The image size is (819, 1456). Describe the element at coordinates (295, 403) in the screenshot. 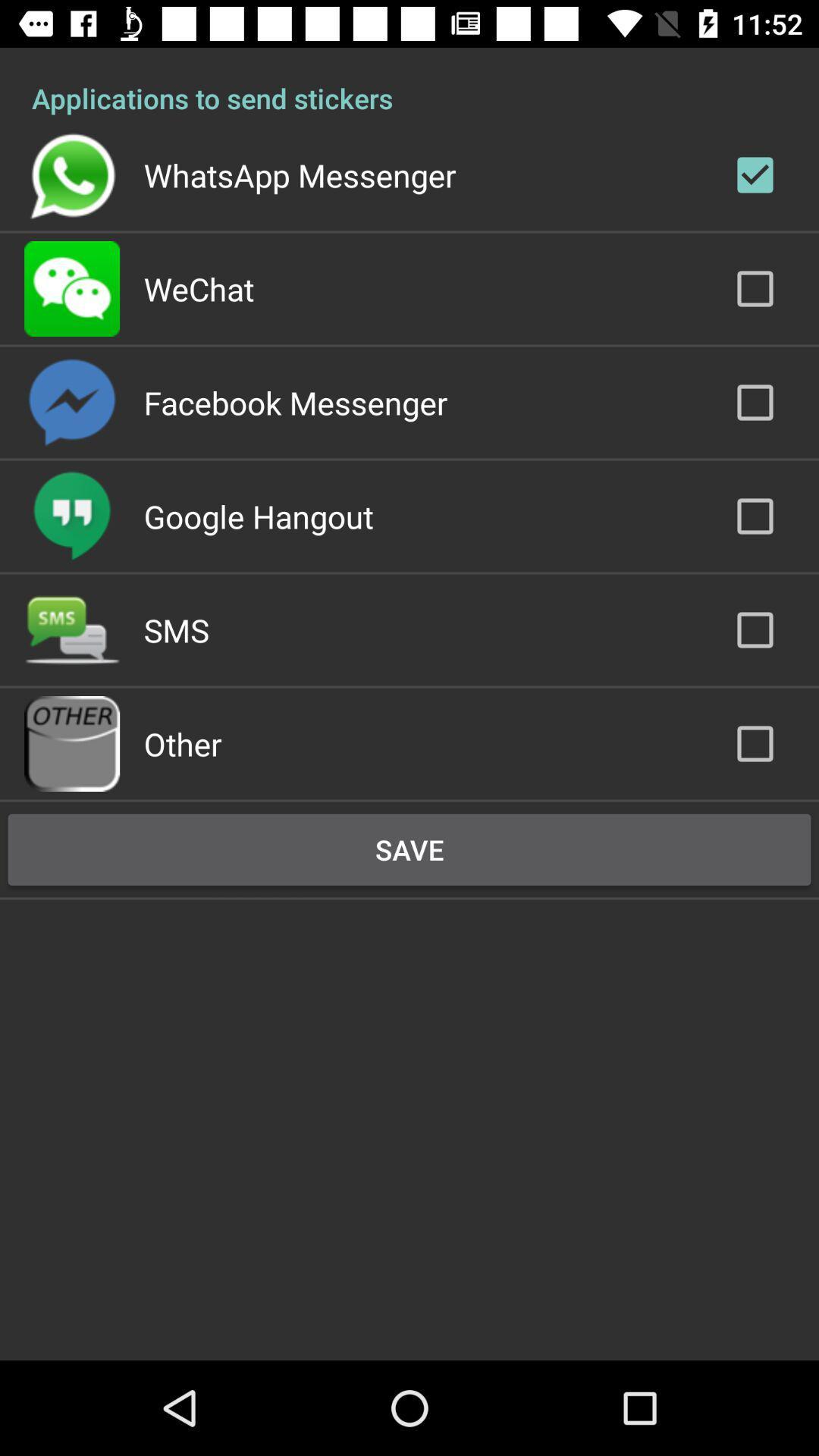

I see `the icon above google hangout item` at that location.